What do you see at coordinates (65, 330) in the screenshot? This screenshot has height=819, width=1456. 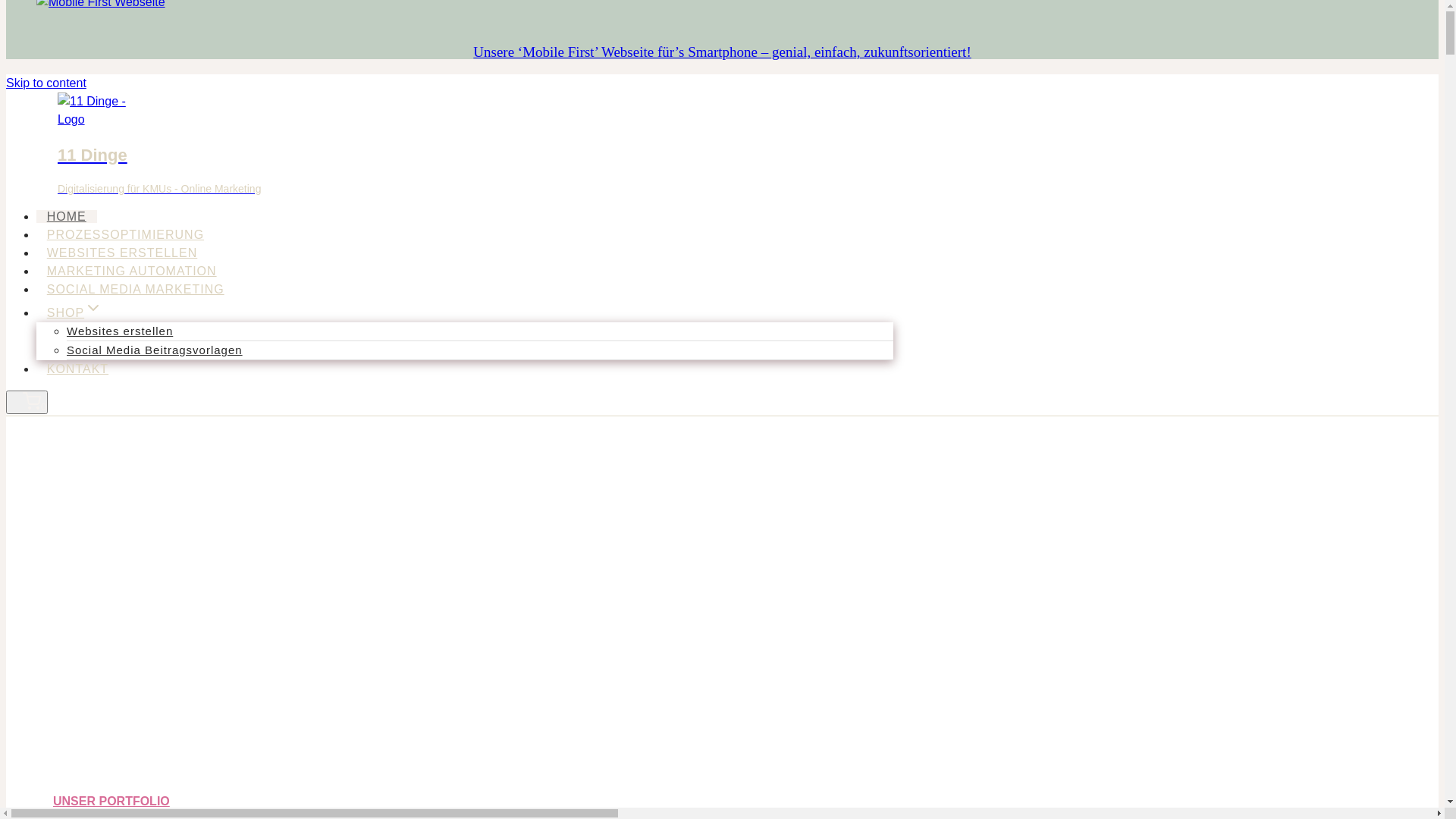 I see `'Websites erstellen'` at bounding box center [65, 330].